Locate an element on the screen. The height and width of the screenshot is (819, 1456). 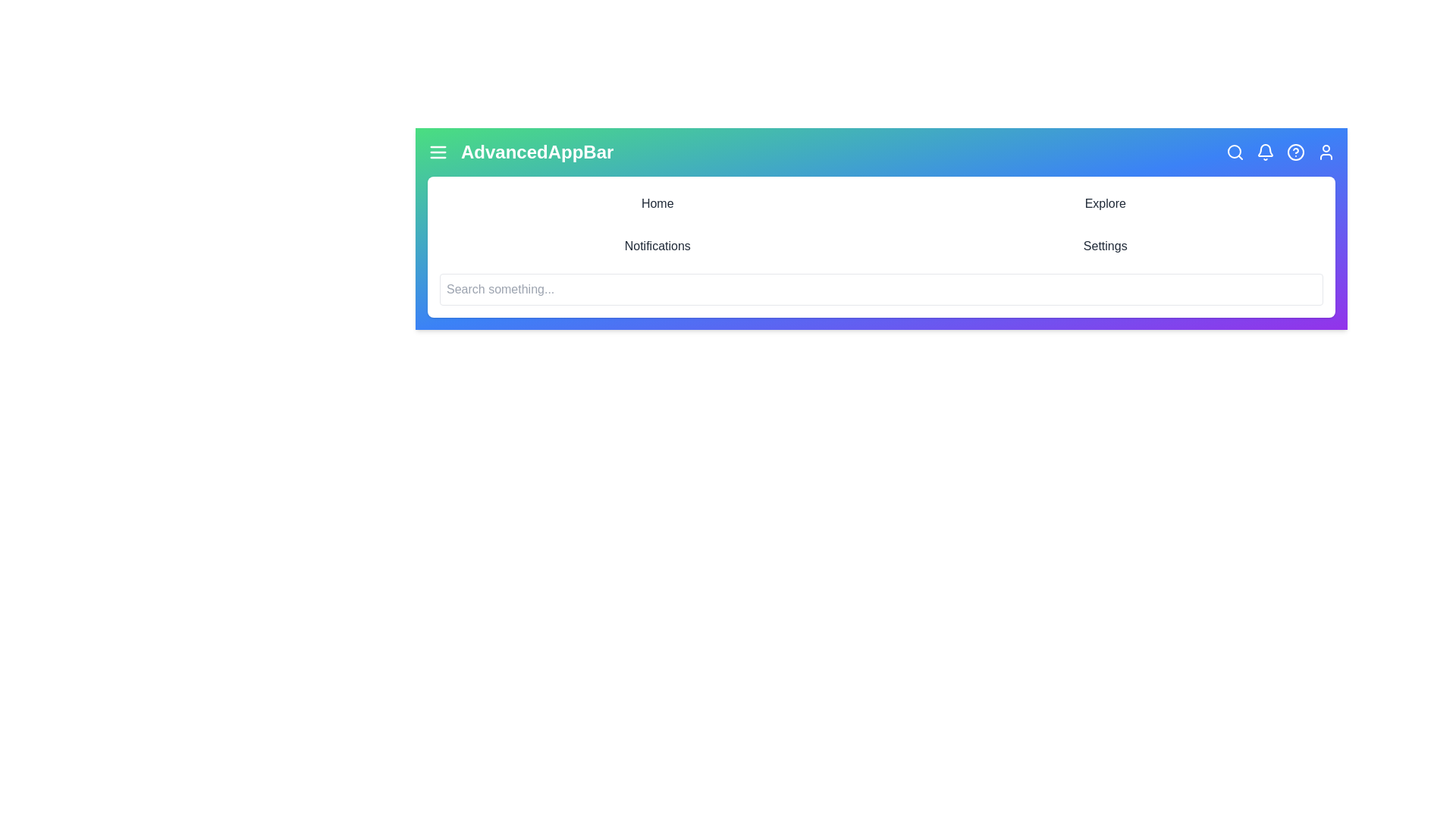
the menu item Settings to navigate to the corresponding section is located at coordinates (1105, 245).